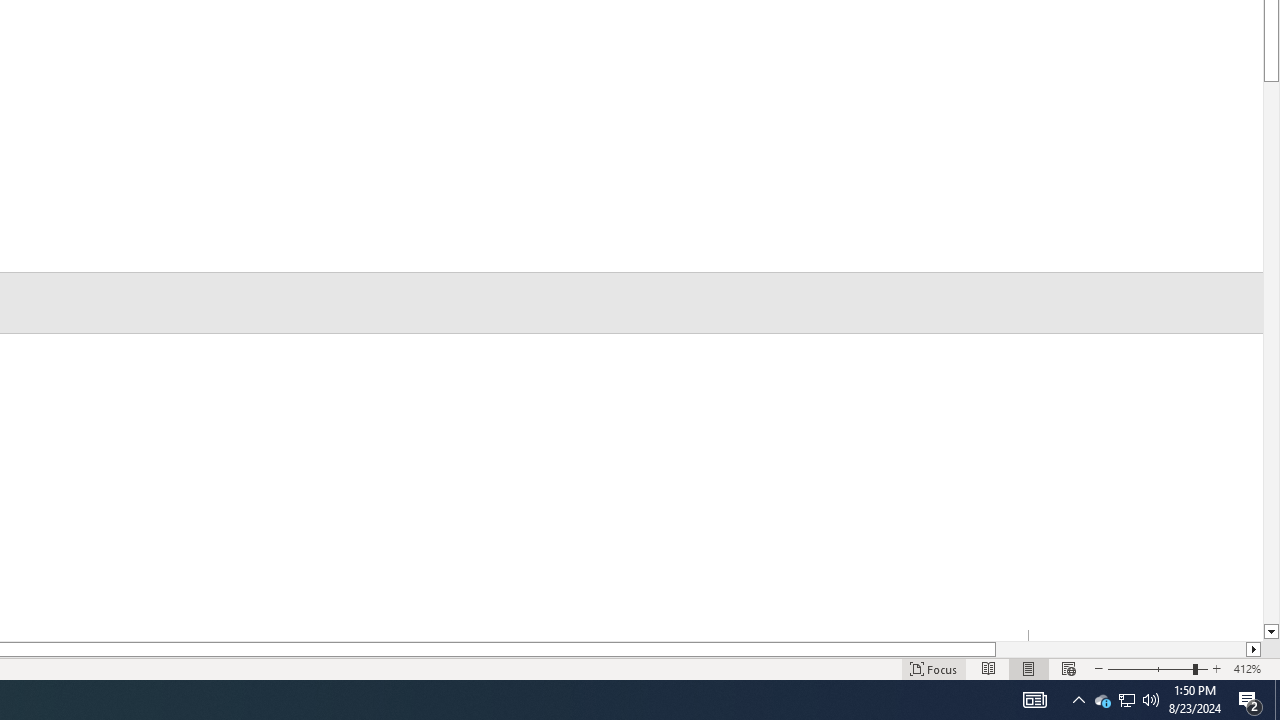 The image size is (1280, 720). What do you see at coordinates (1270, 632) in the screenshot?
I see `'Line down'` at bounding box center [1270, 632].